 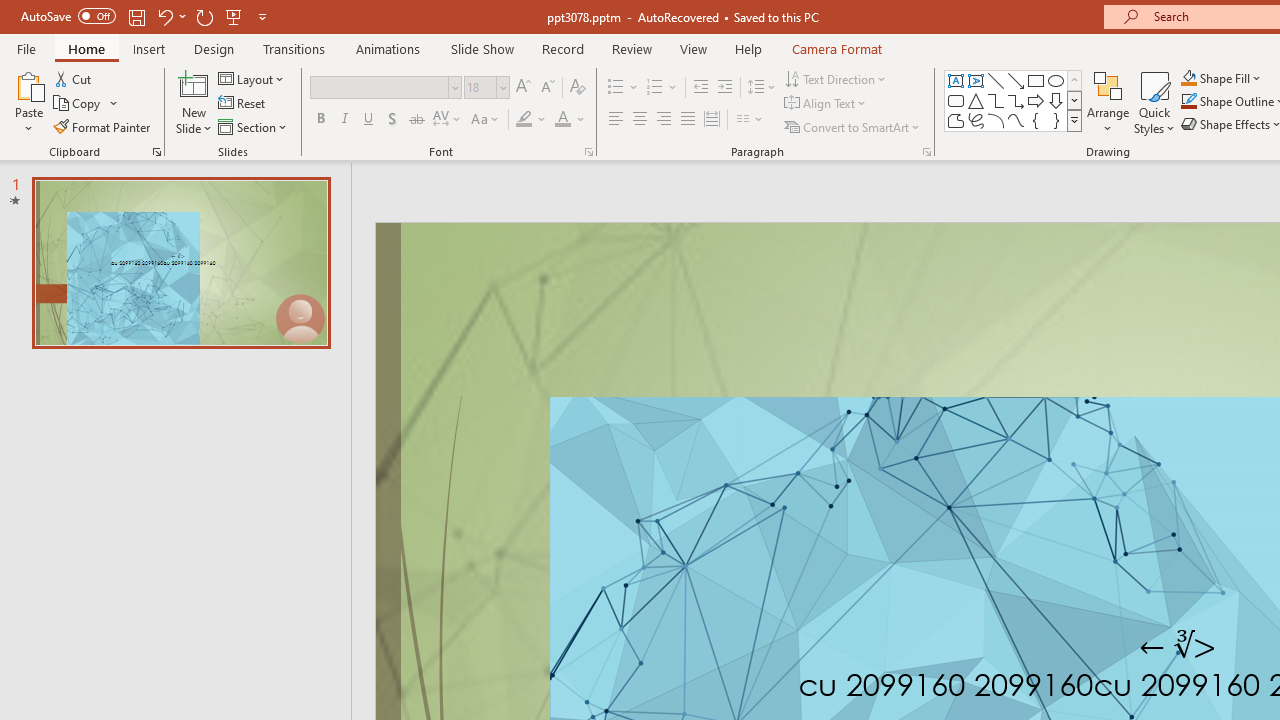 I want to click on 'Distributed', so click(x=712, y=119).